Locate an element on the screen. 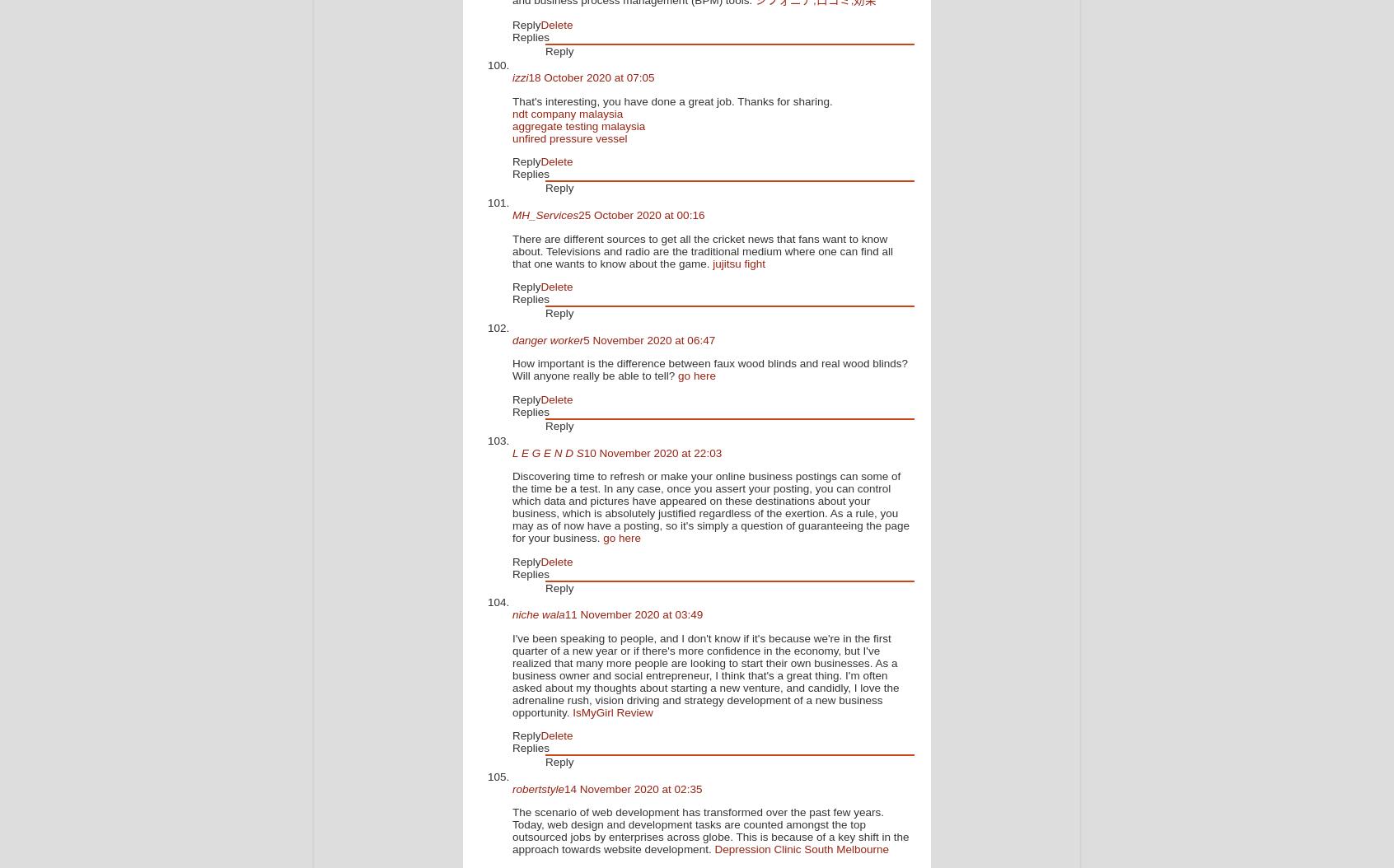  '11 November 2020 at 03:49' is located at coordinates (633, 614).